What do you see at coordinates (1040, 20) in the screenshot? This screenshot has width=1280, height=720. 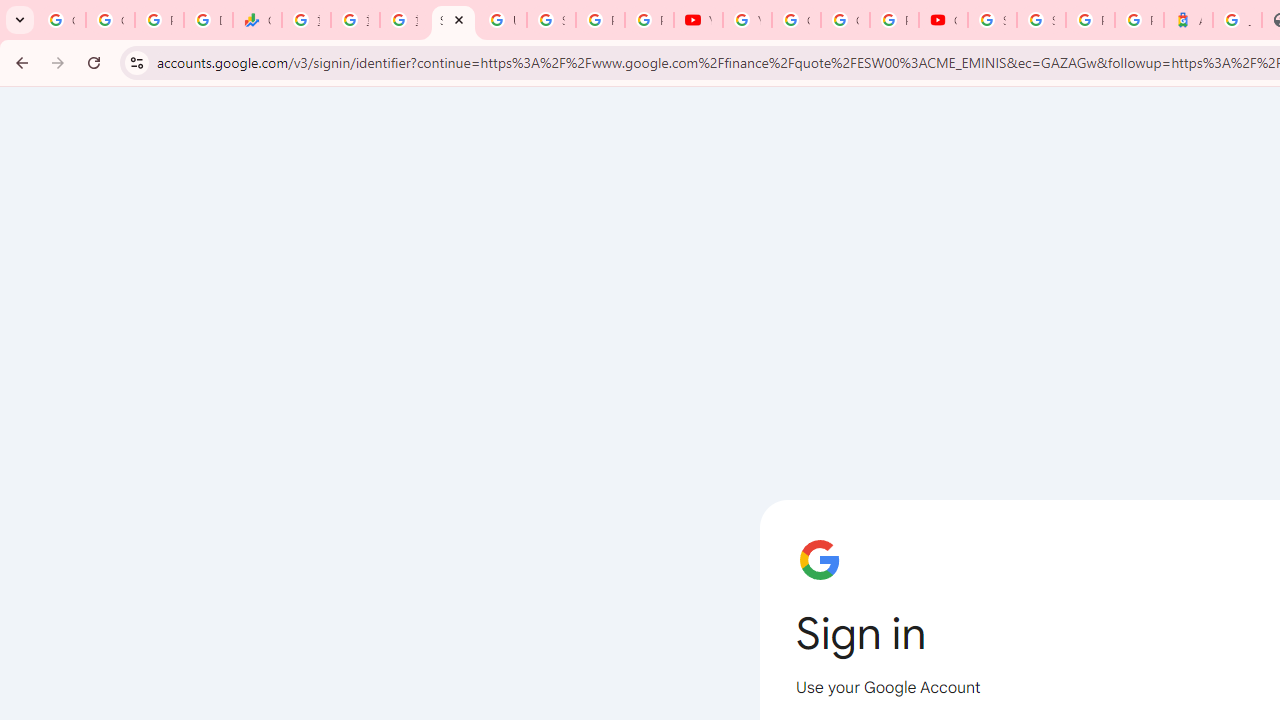 I see `'Sign in - Google Accounts'` at bounding box center [1040, 20].